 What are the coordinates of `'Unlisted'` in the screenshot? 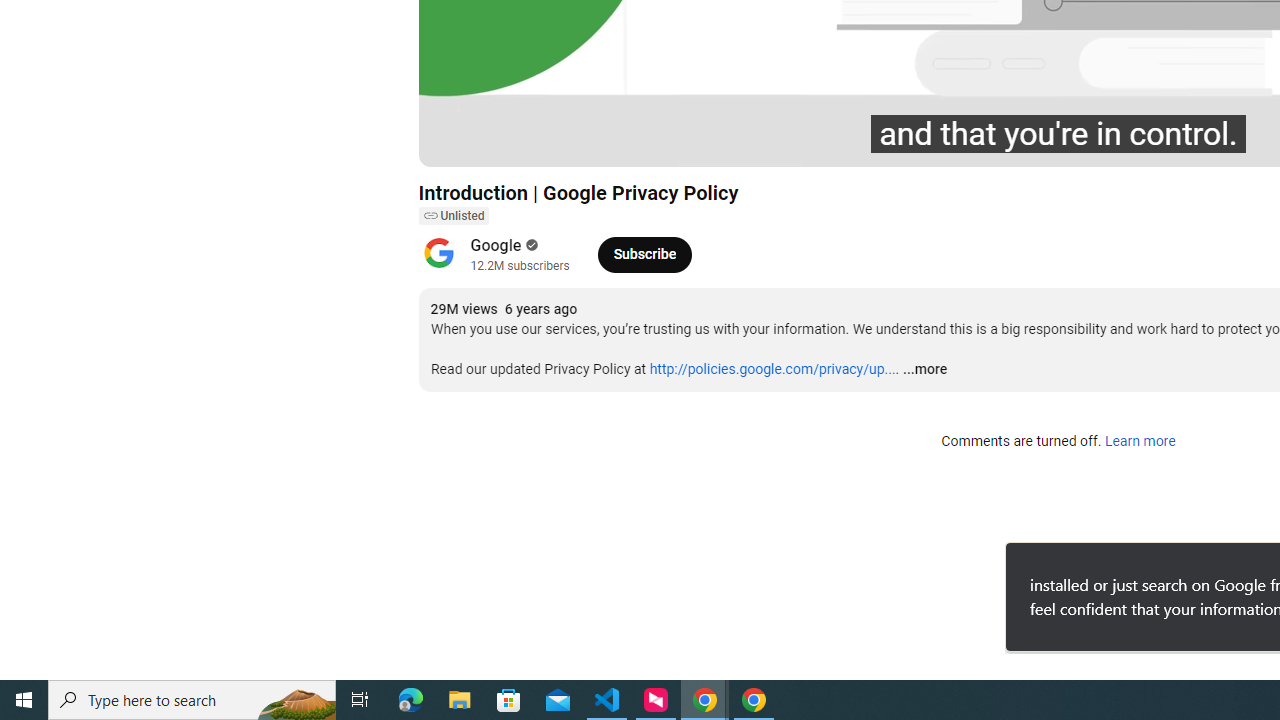 It's located at (452, 216).